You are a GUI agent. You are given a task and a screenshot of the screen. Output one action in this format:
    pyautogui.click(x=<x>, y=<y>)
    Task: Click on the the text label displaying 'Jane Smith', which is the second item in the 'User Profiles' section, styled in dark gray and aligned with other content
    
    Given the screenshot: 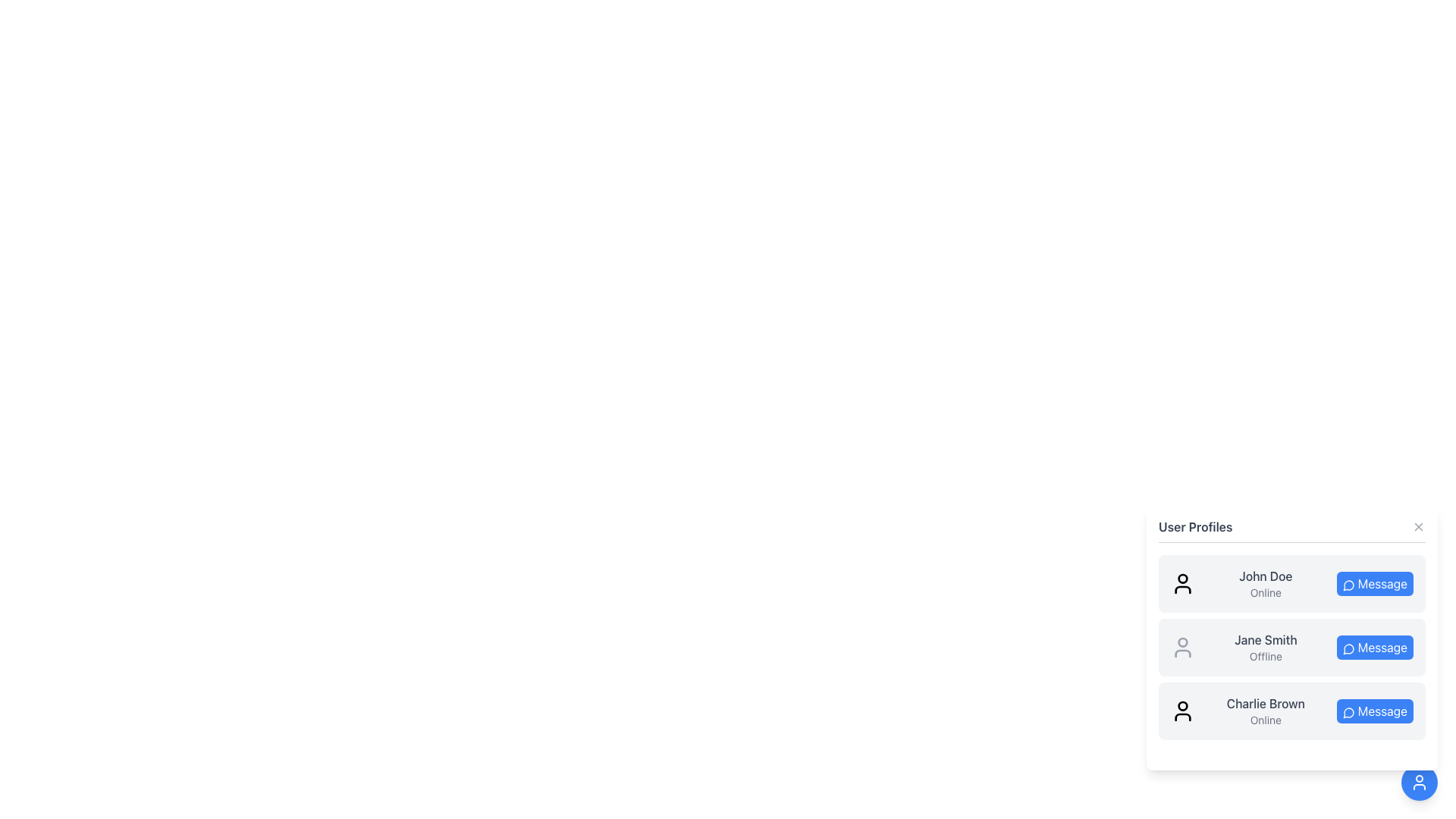 What is the action you would take?
    pyautogui.click(x=1266, y=640)
    